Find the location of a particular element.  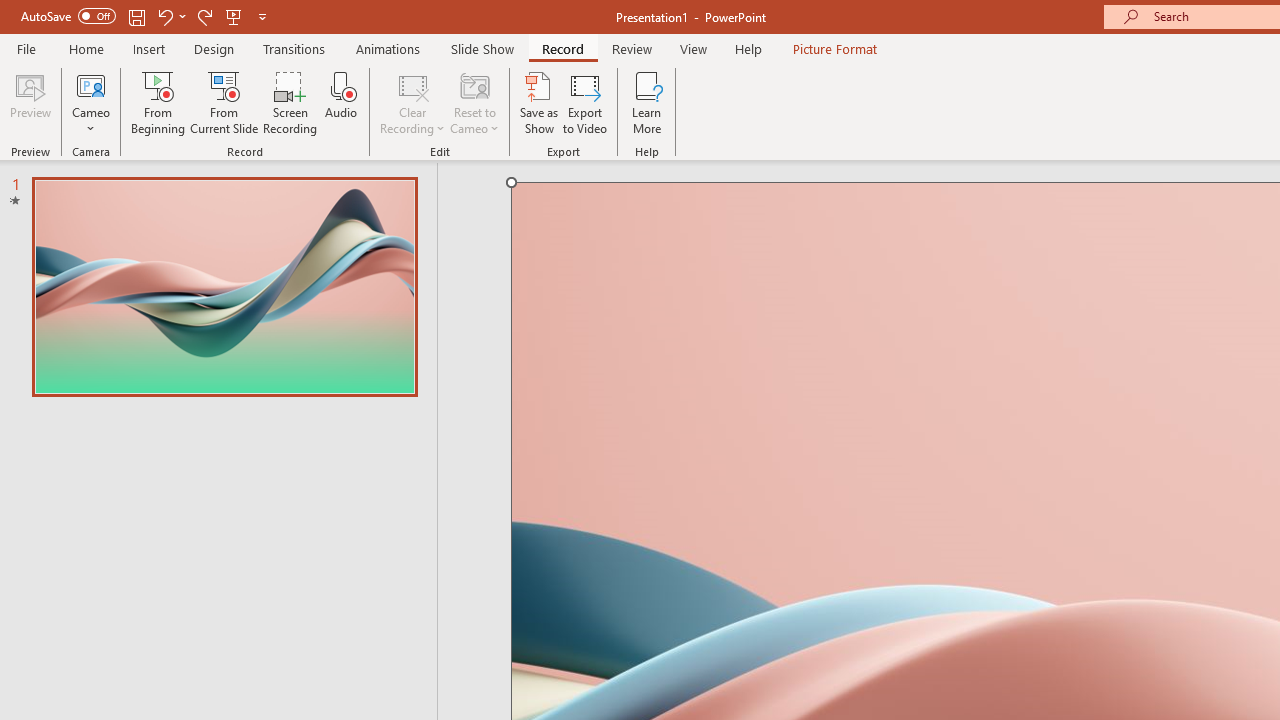

'Picture Format' is located at coordinates (835, 48).